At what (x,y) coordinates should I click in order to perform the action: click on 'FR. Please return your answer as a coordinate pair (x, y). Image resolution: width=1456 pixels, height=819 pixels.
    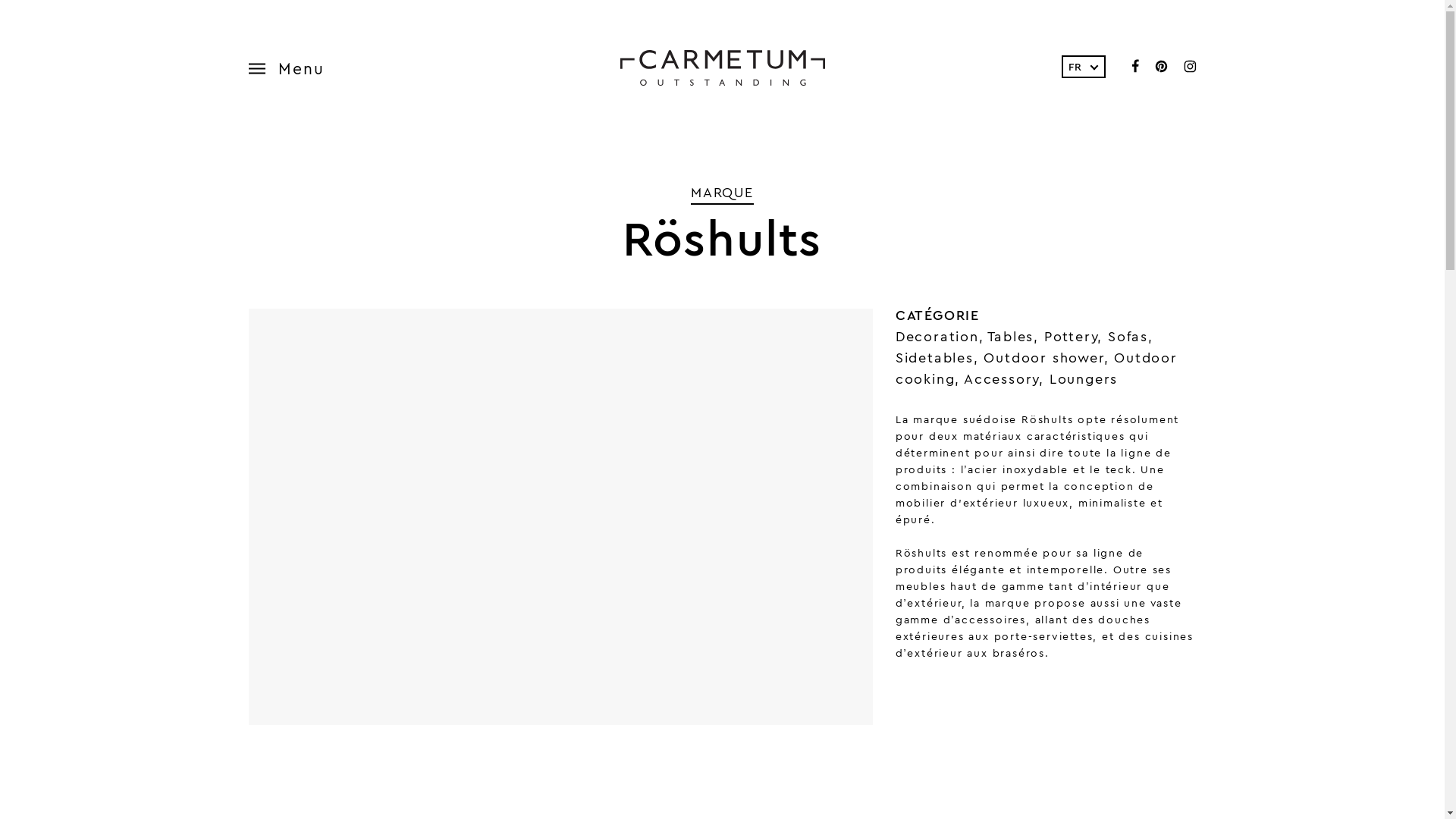
    Looking at the image, I should click on (1061, 66).